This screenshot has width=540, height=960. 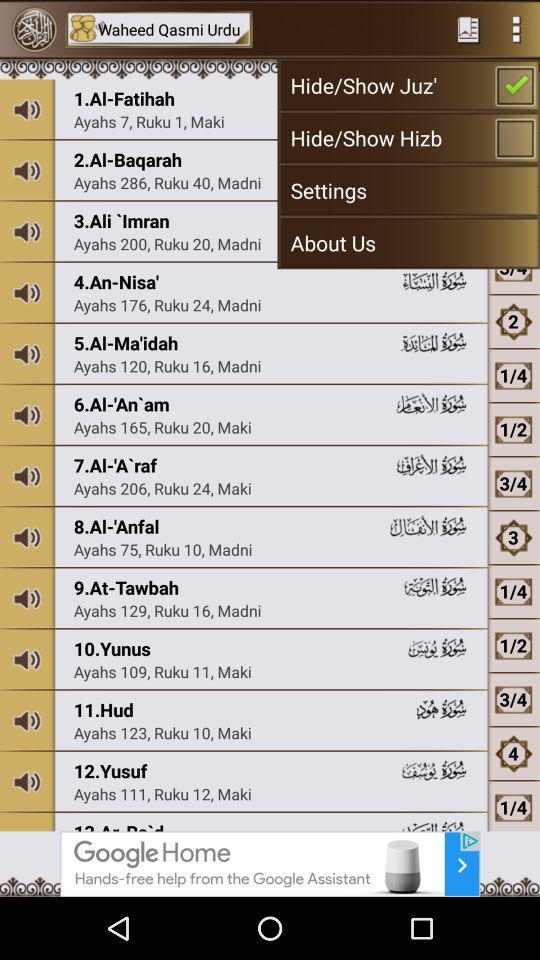 What do you see at coordinates (468, 30) in the screenshot?
I see `the bookmark icon` at bounding box center [468, 30].